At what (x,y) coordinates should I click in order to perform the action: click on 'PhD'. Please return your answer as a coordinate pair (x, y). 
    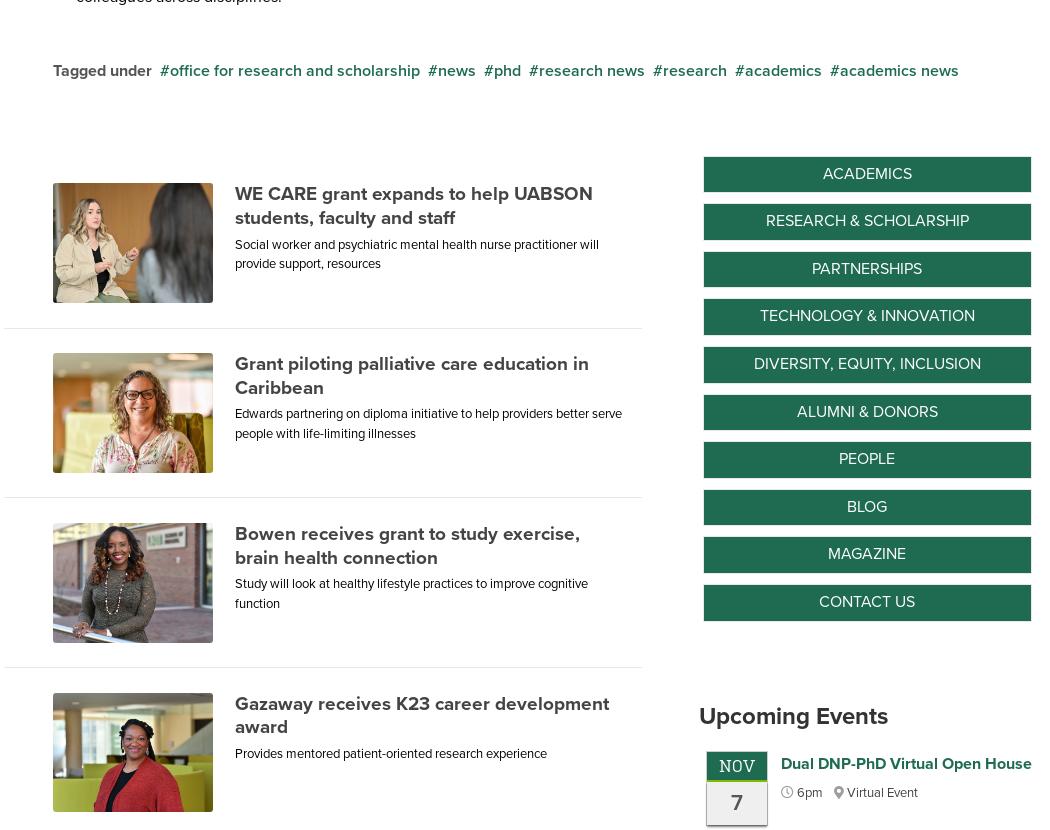
    Looking at the image, I should click on (505, 68).